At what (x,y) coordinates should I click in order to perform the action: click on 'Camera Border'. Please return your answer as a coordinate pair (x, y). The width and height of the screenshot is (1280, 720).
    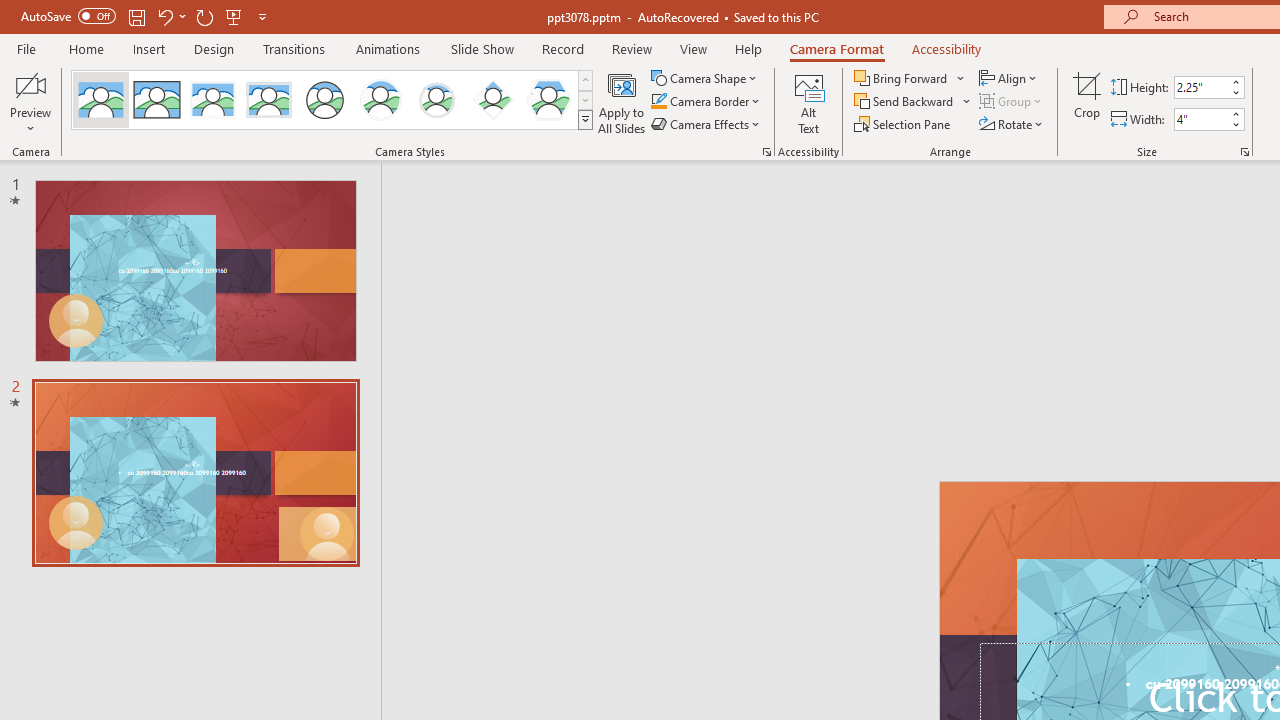
    Looking at the image, I should click on (706, 101).